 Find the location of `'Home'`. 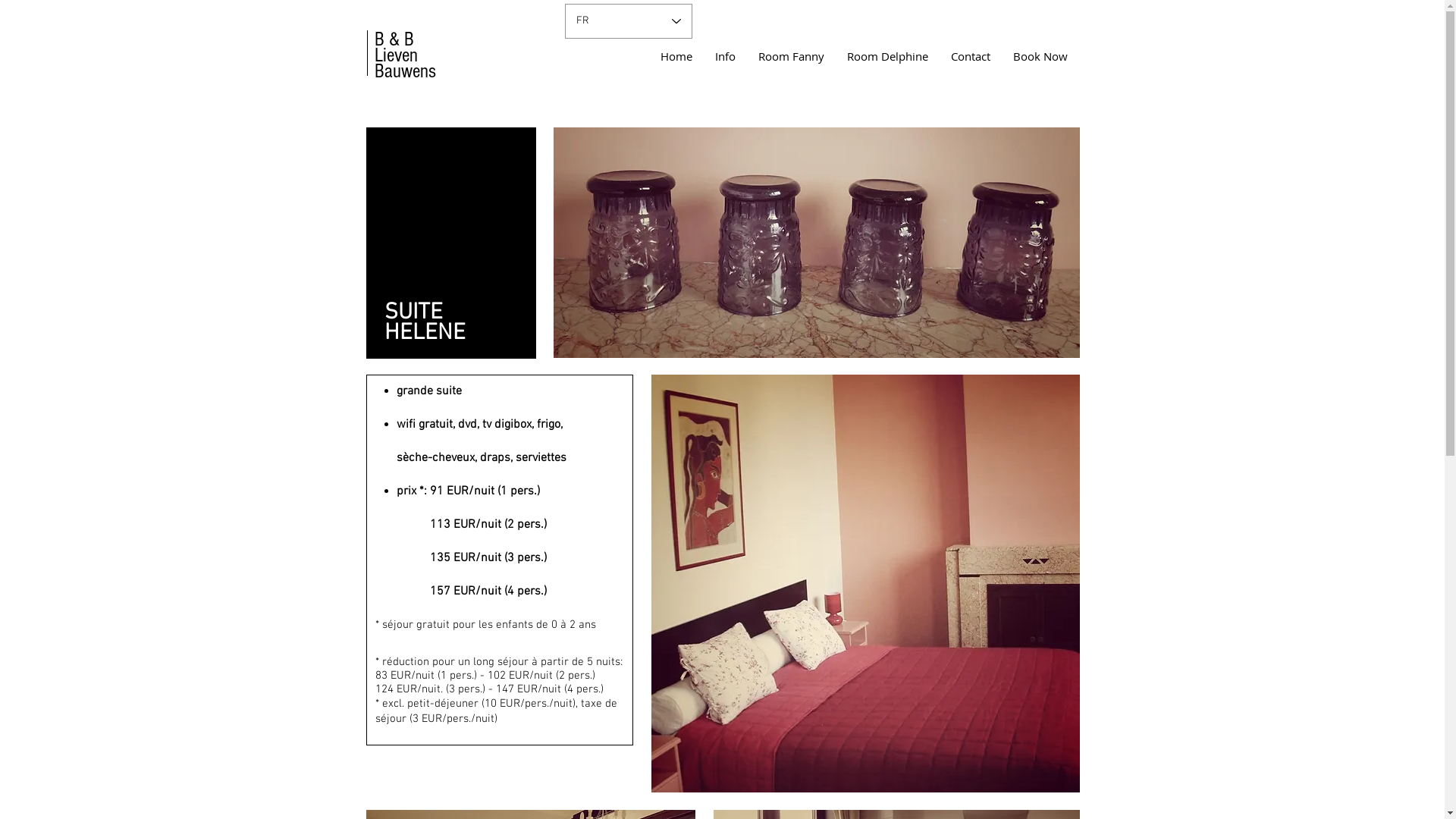

'Home' is located at coordinates (676, 55).